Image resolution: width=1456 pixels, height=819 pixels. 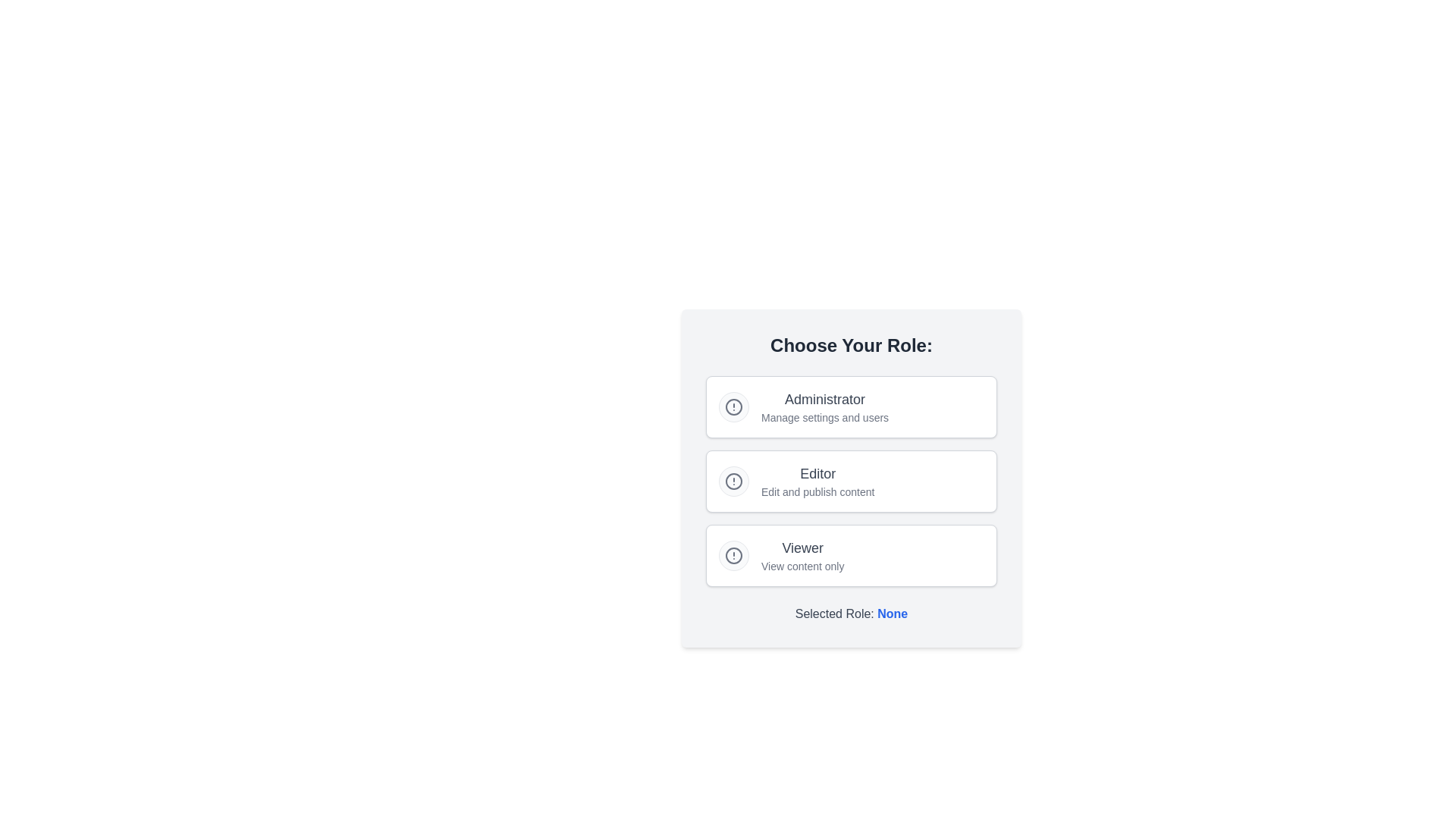 I want to click on the informational icon located centrally within the 'Viewer' role option, so click(x=734, y=555).